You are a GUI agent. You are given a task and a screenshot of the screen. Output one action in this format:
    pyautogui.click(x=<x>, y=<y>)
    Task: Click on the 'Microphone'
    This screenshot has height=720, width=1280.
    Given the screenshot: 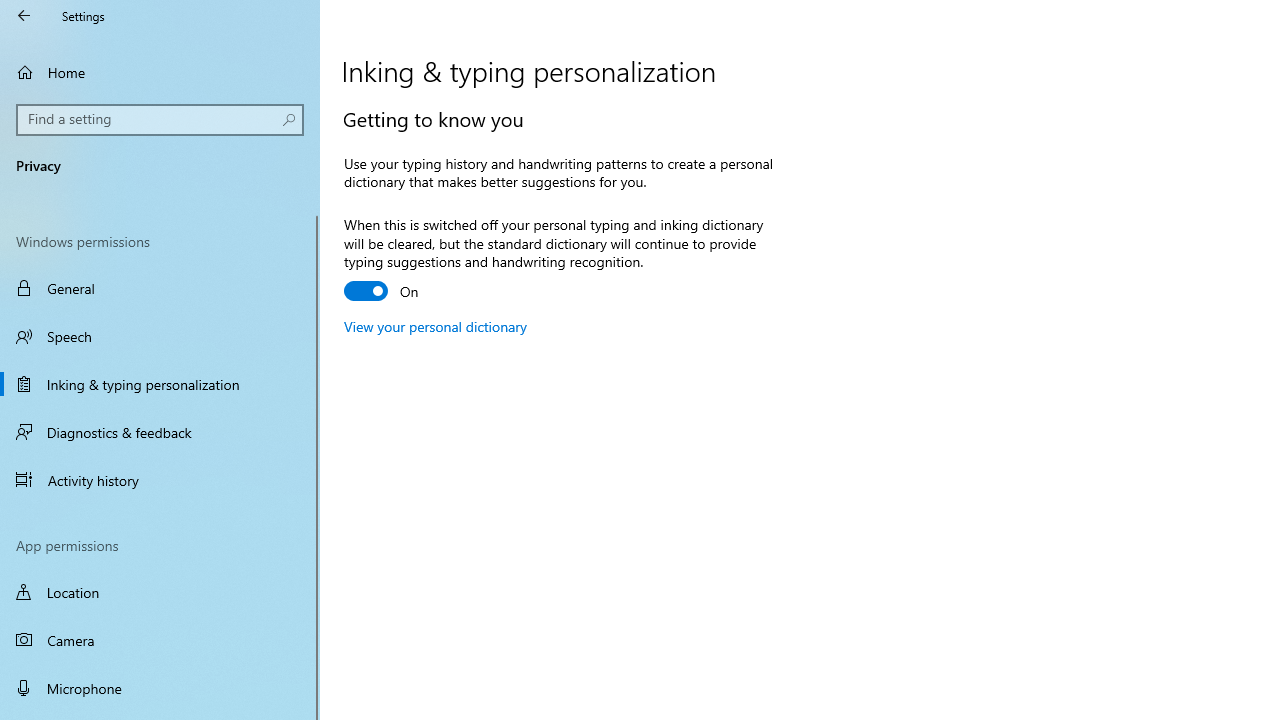 What is the action you would take?
    pyautogui.click(x=160, y=686)
    